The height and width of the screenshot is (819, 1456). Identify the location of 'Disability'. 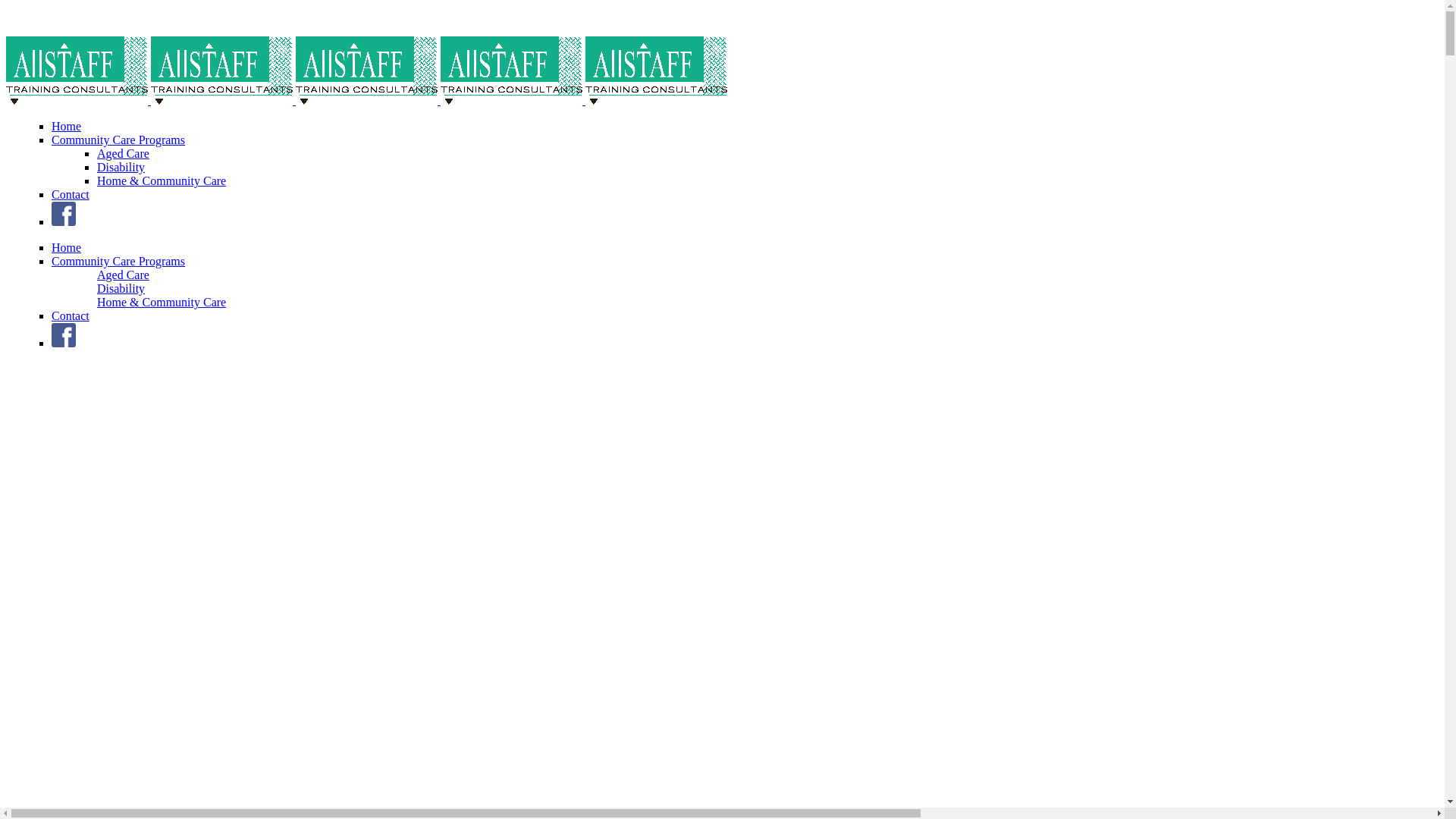
(120, 167).